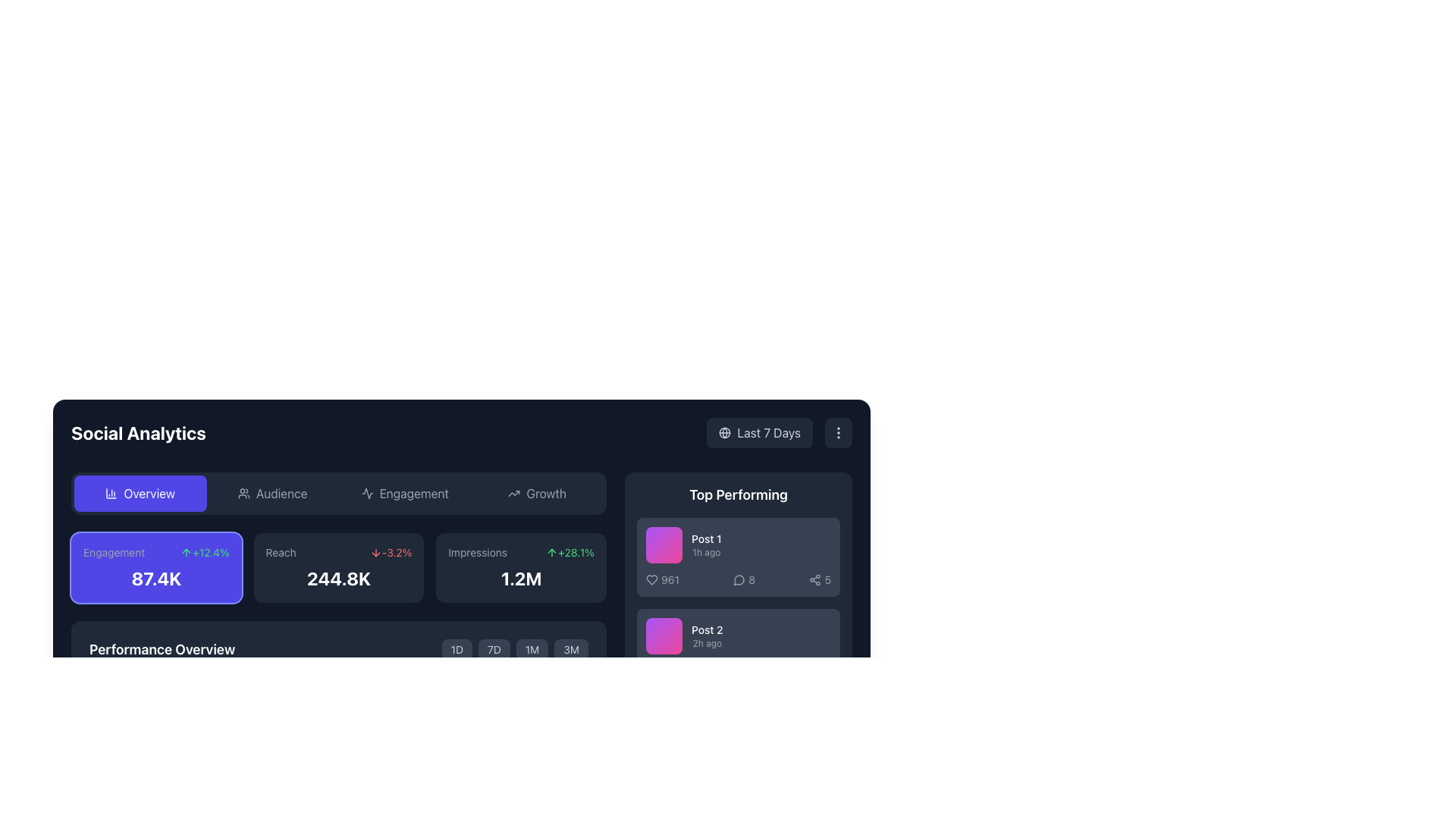 This screenshot has height=819, width=1456. Describe the element at coordinates (837, 432) in the screenshot. I see `the interactive icon located to the right of the 'Last 7 Days' button` at that location.